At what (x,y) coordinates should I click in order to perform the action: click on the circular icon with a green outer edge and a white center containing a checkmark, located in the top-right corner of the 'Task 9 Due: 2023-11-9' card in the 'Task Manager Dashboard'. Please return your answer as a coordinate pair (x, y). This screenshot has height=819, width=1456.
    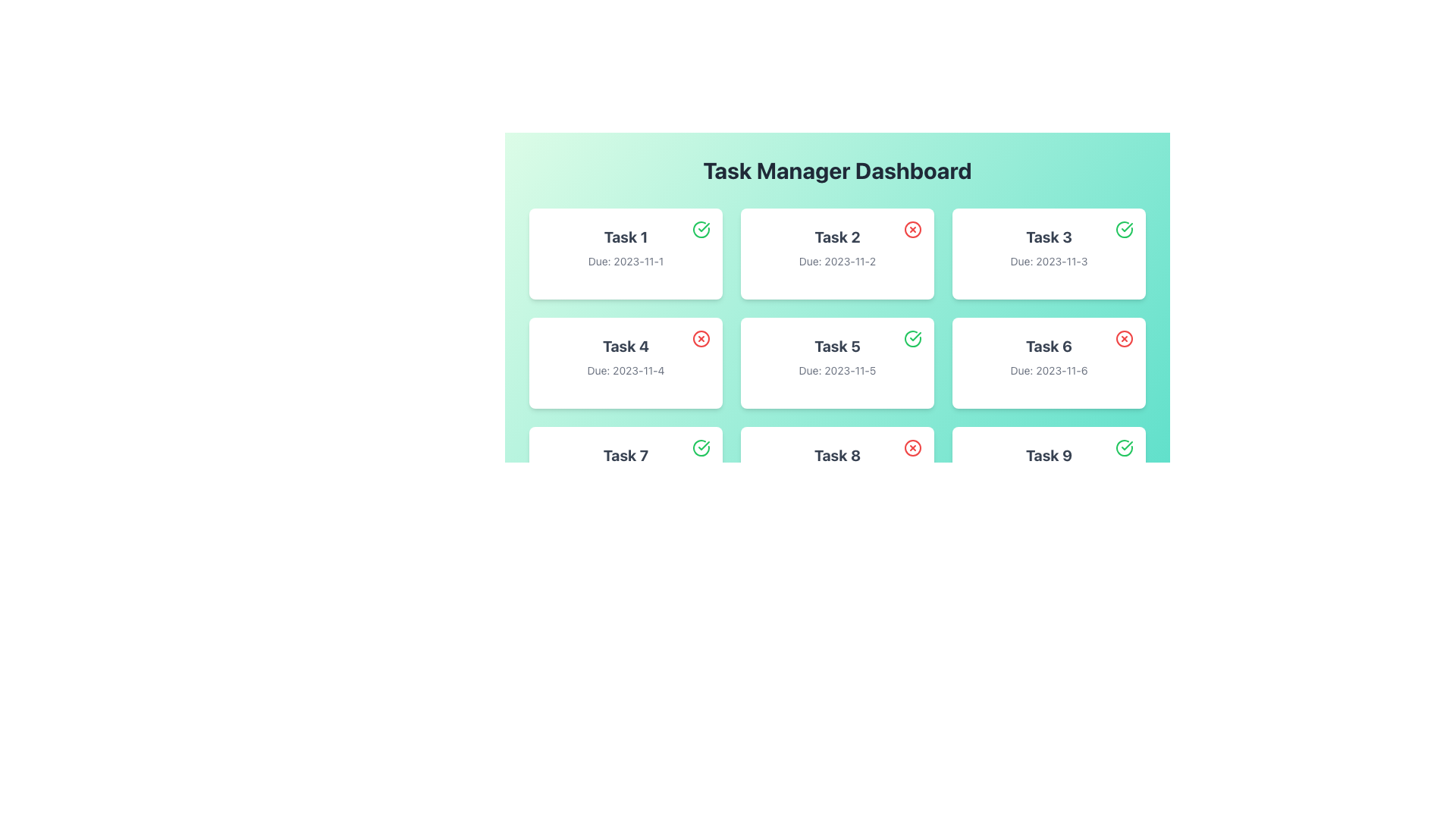
    Looking at the image, I should click on (1125, 447).